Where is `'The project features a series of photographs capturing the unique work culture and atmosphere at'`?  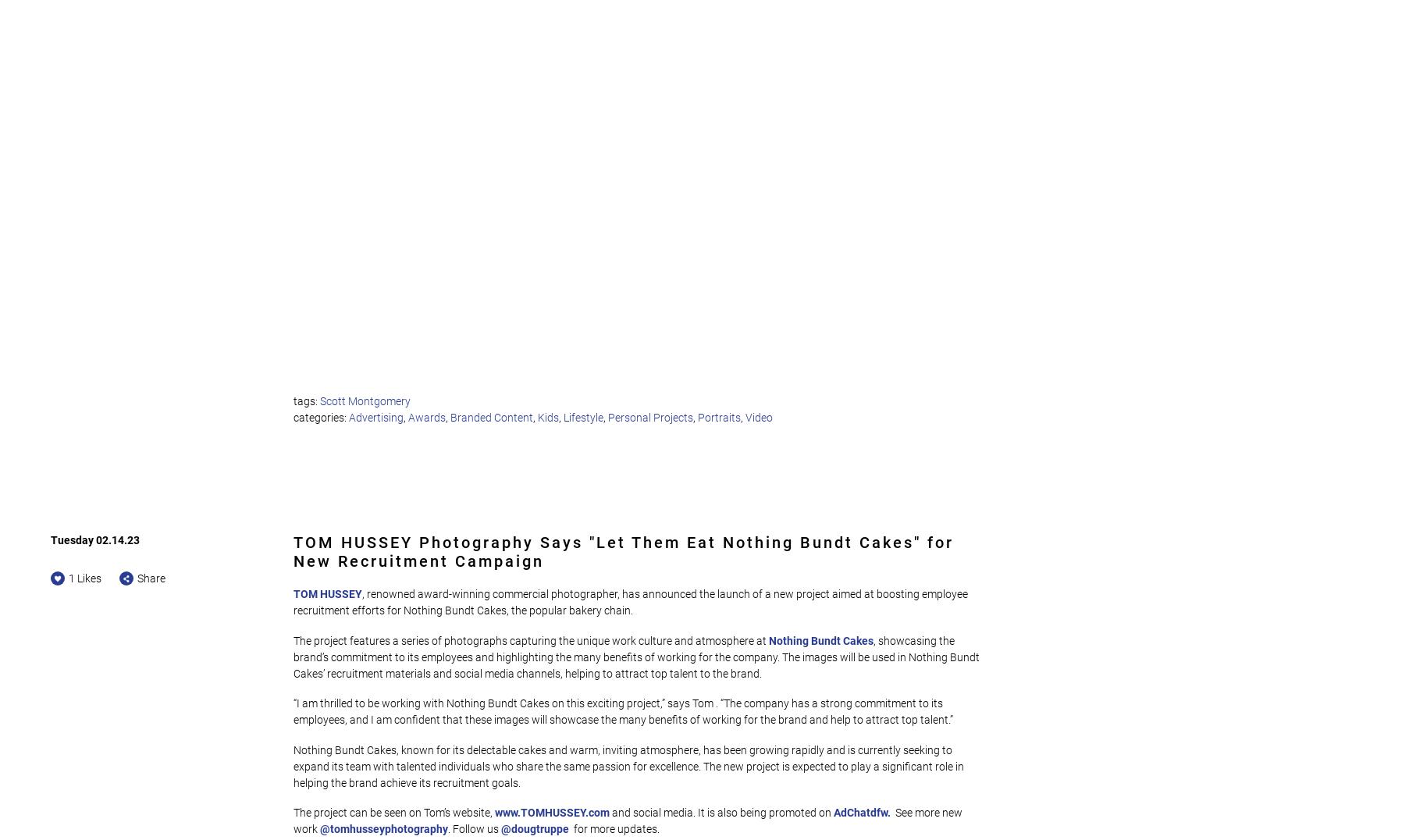 'The project features a series of photographs capturing the unique work culture and atmosphere at' is located at coordinates (531, 639).